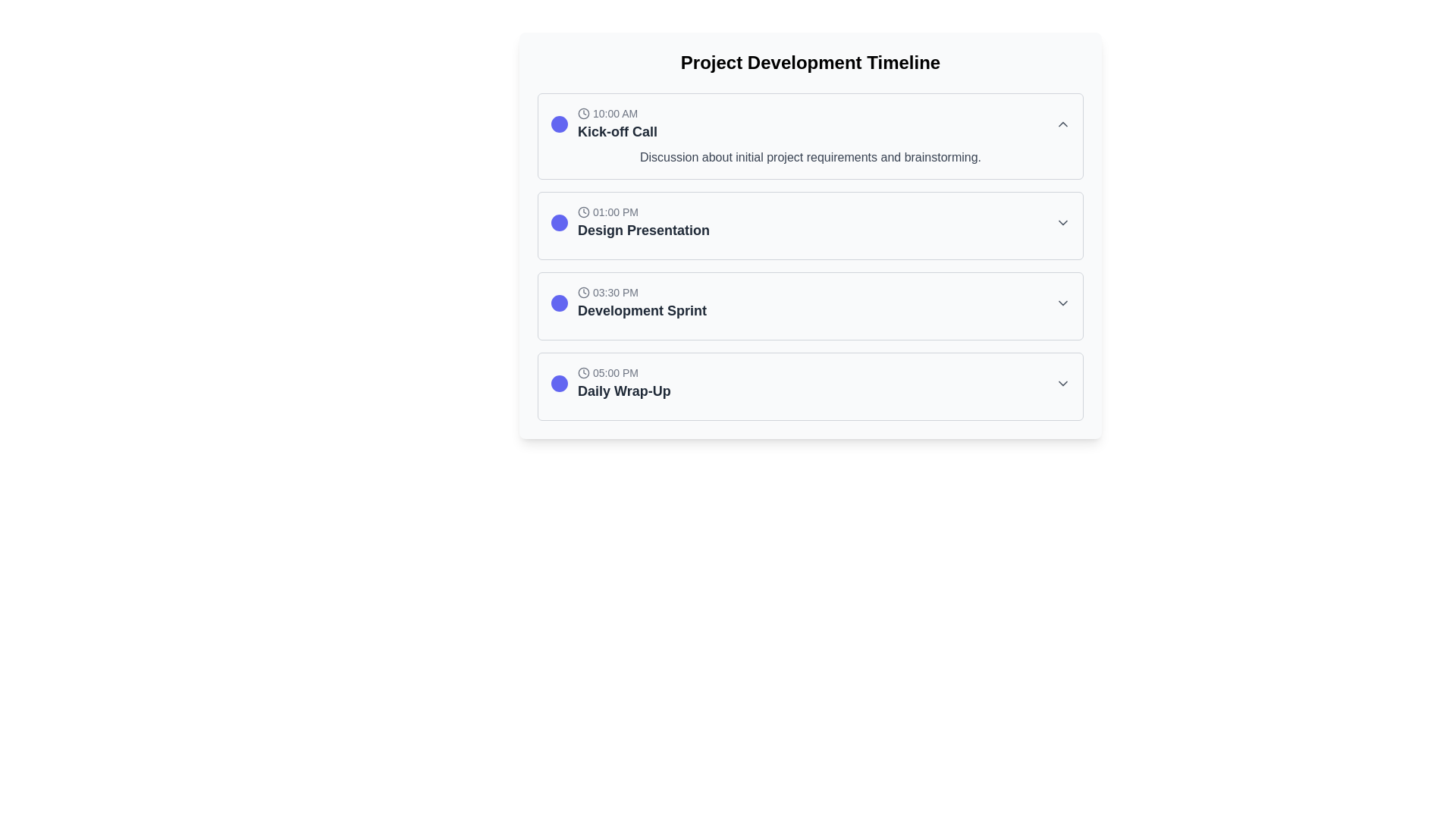  What do you see at coordinates (810, 225) in the screenshot?
I see `the second interactive list item representing the 'Design Presentation' event scheduled at 01:00 PM` at bounding box center [810, 225].